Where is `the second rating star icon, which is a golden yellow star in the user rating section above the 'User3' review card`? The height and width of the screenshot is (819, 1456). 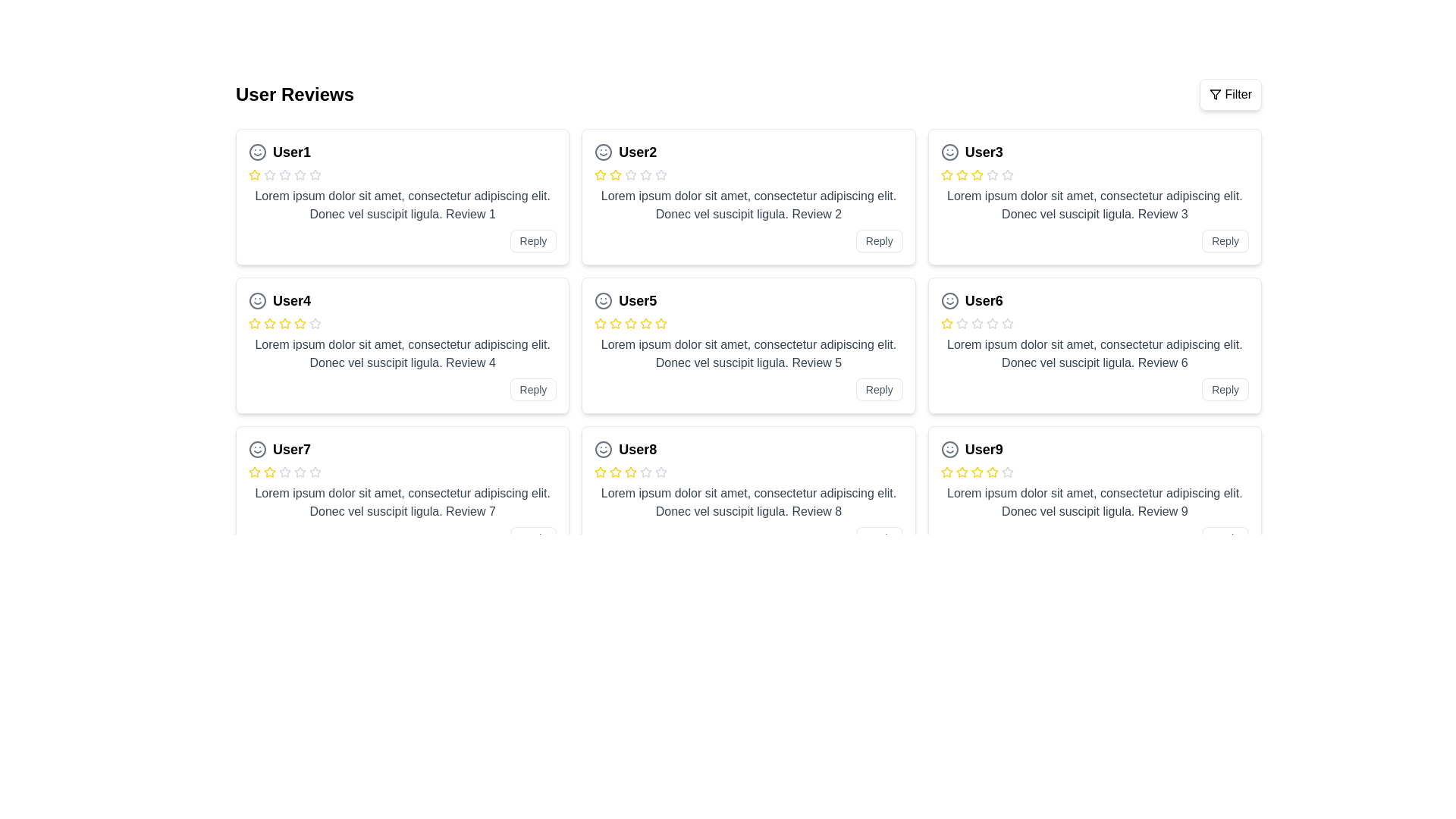 the second rating star icon, which is a golden yellow star in the user rating section above the 'User3' review card is located at coordinates (977, 174).